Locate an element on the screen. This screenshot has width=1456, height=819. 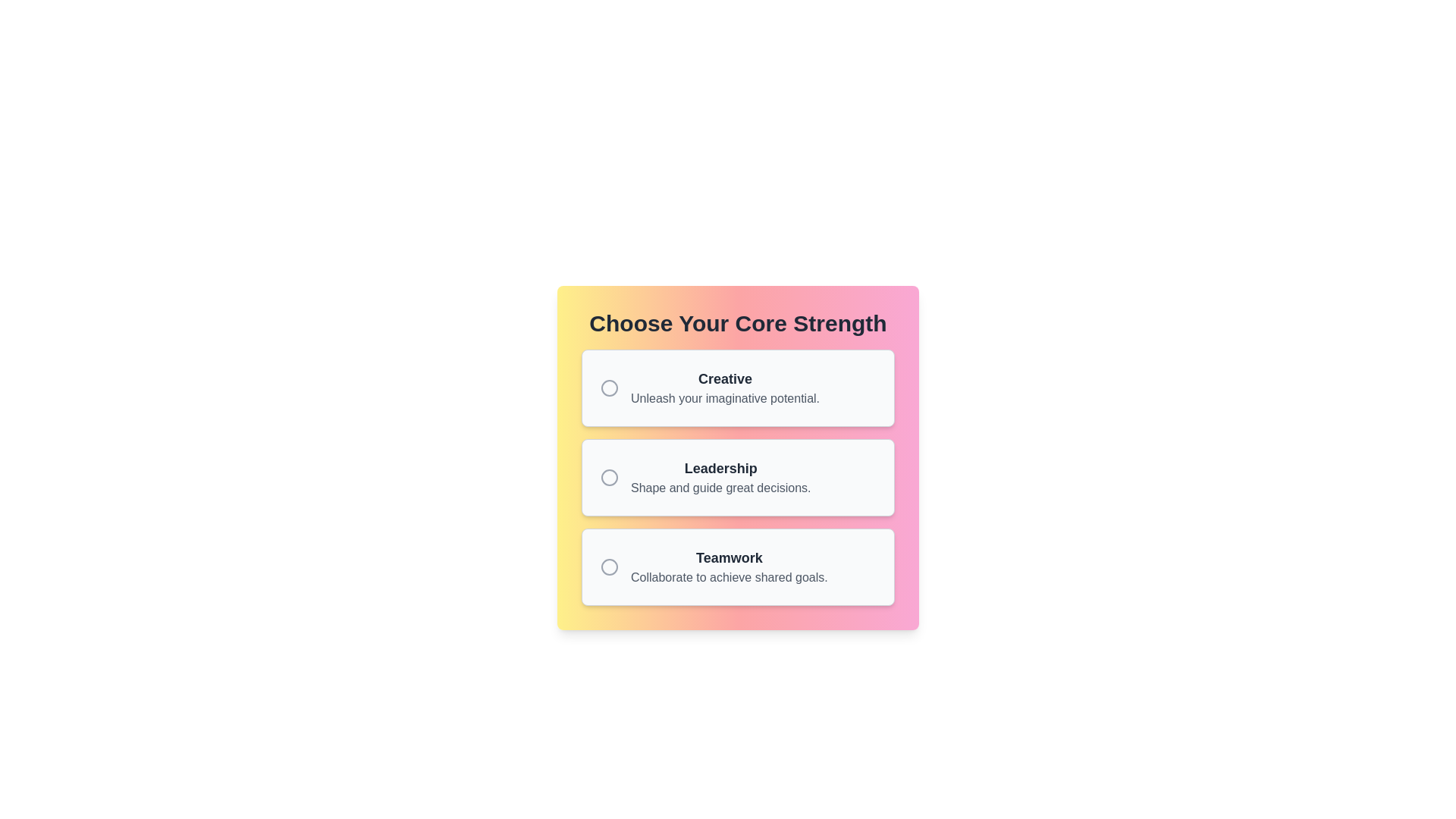
the 'Teamwork' title in the third section of the 'Choose Your Core Strength' block, which is positioned above the description 'Collaborate to achieve shared goals.' is located at coordinates (729, 558).